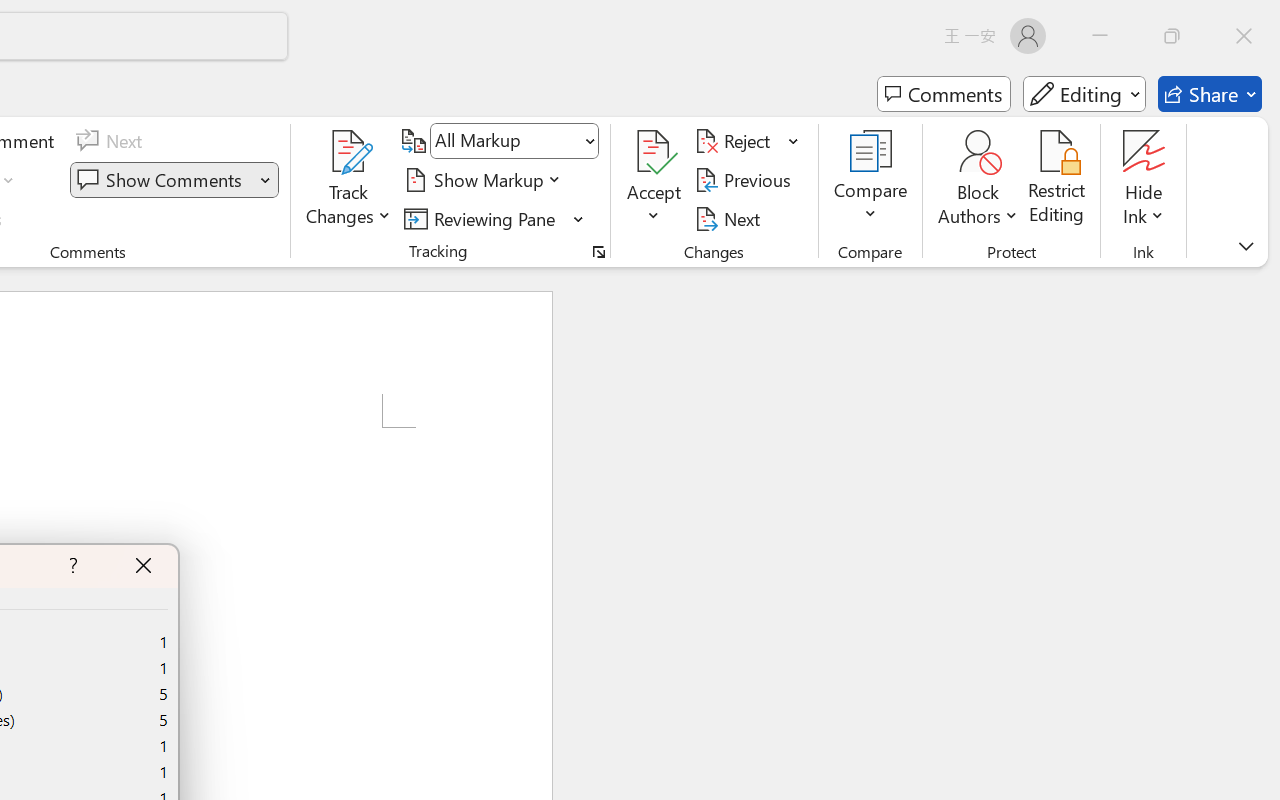 The width and height of the screenshot is (1280, 800). I want to click on 'Reject', so click(746, 141).